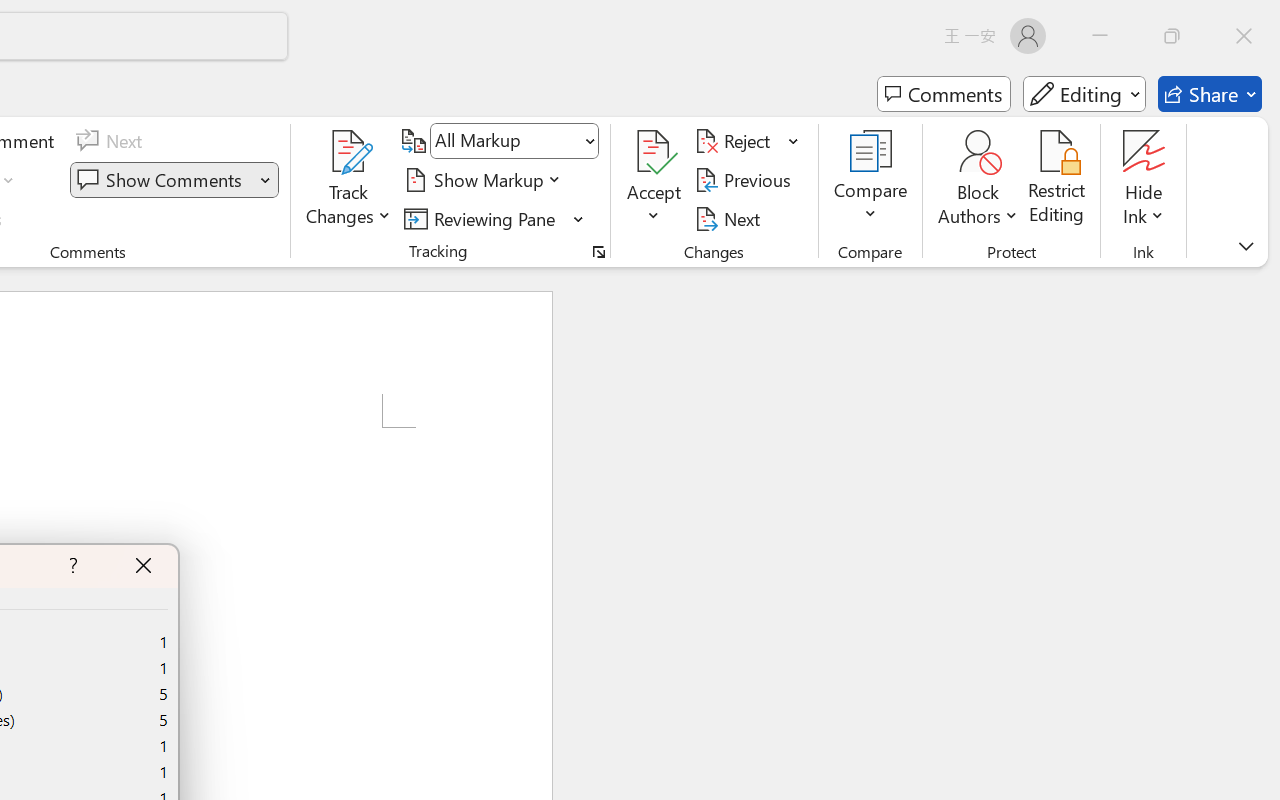 The width and height of the screenshot is (1280, 800). I want to click on 'Reject', so click(746, 141).